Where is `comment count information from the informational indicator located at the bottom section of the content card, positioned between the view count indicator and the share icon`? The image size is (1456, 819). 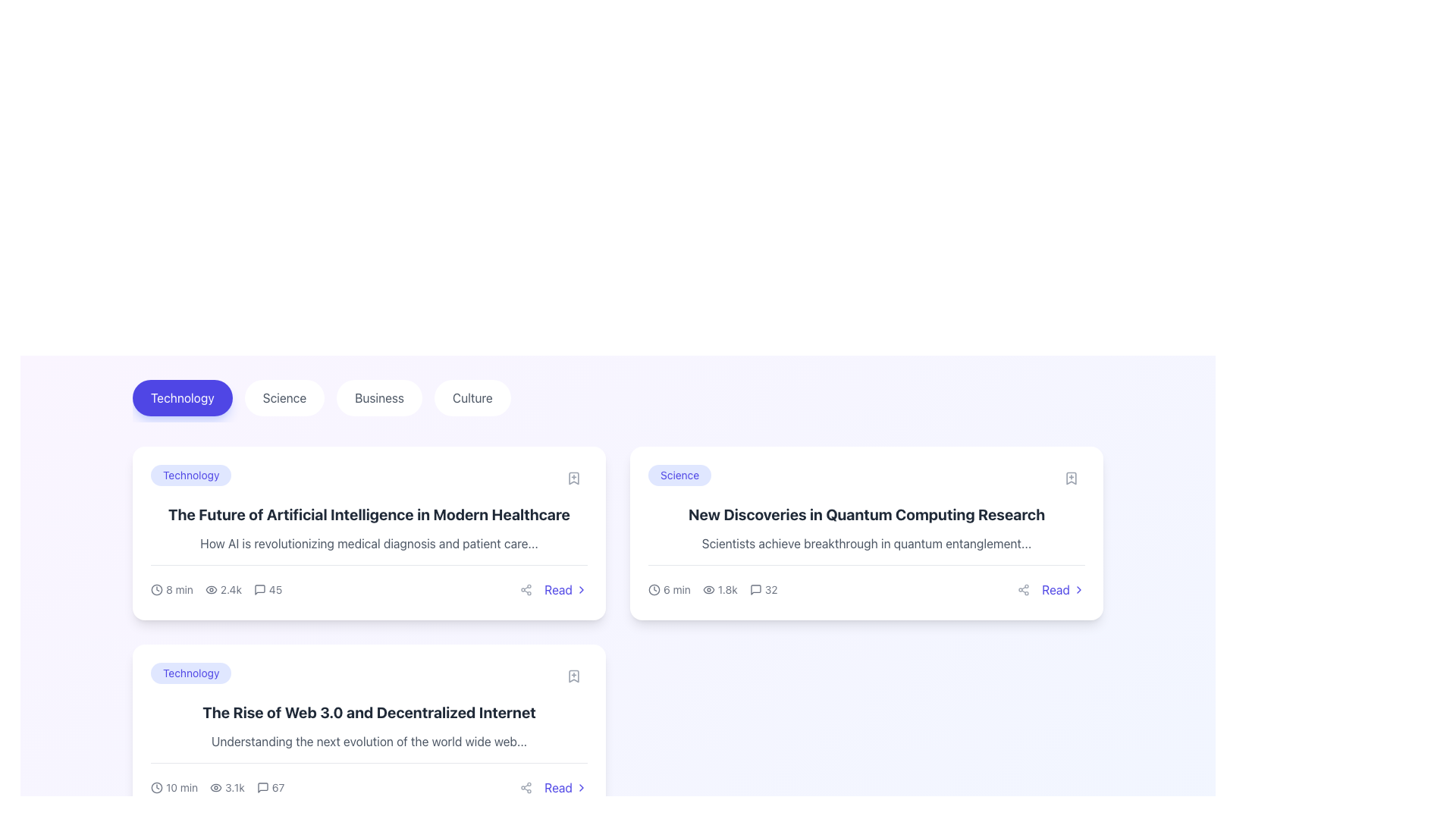 comment count information from the informational indicator located at the bottom section of the content card, positioned between the view count indicator and the share icon is located at coordinates (270, 786).